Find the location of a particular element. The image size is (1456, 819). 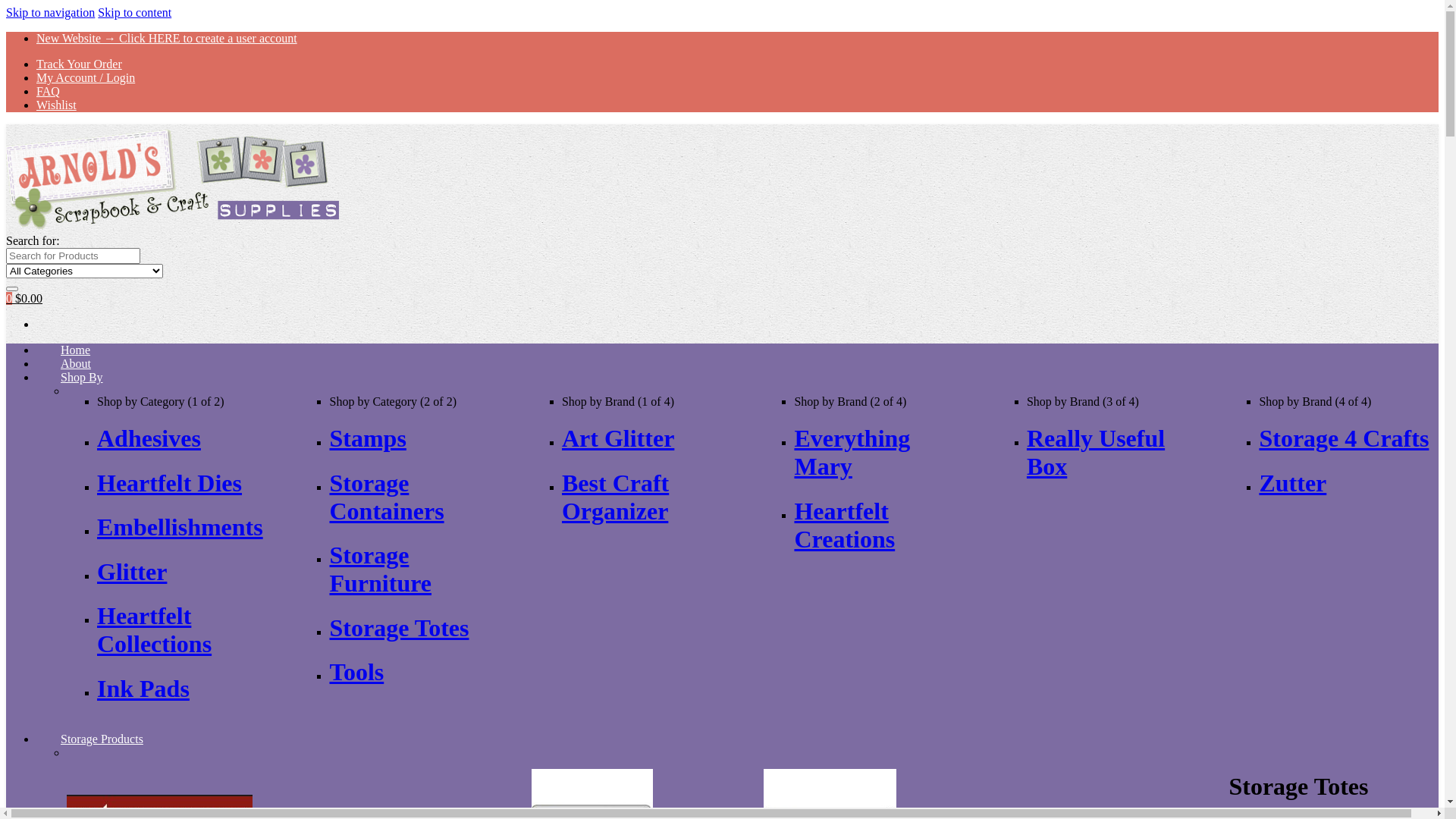

'Storage Products' is located at coordinates (101, 738).